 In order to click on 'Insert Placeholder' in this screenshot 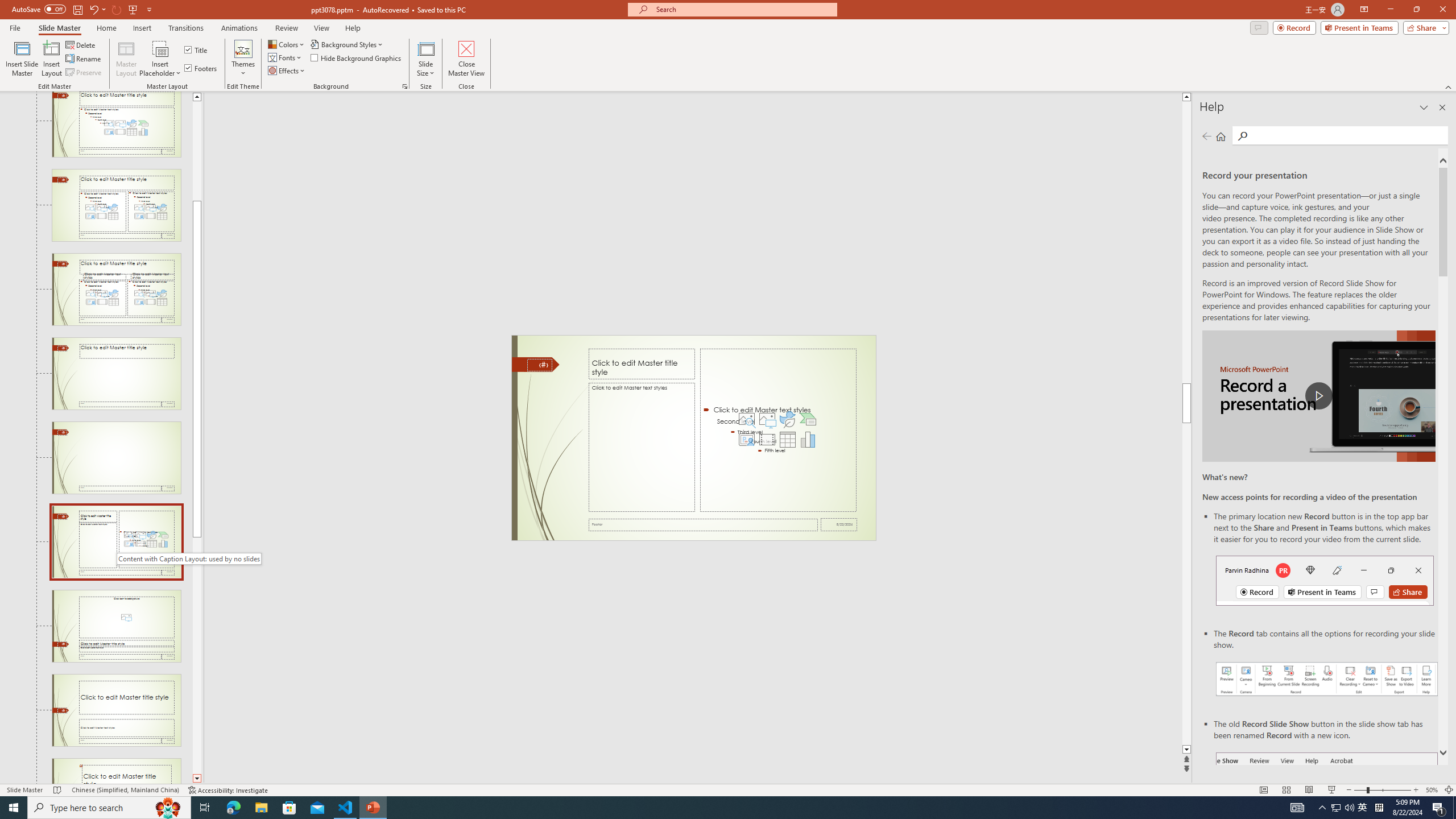, I will do `click(160, 59)`.